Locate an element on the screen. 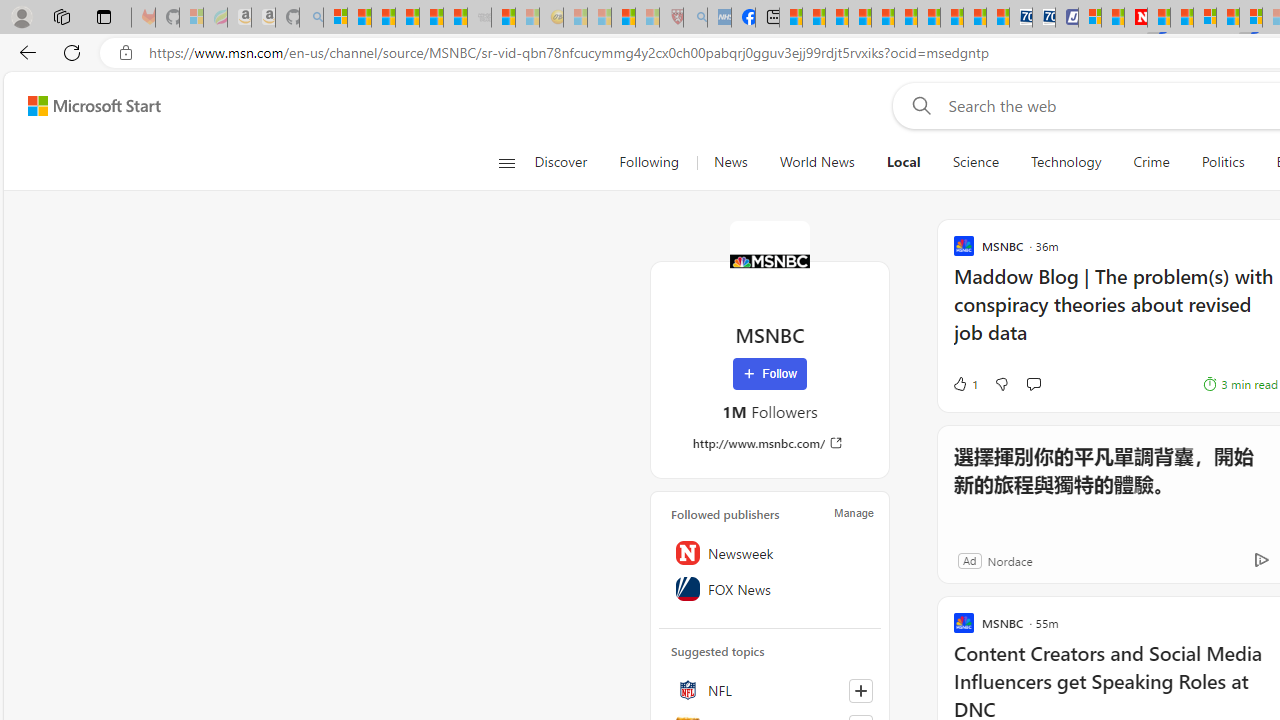 Image resolution: width=1280 pixels, height=720 pixels. 'Manage' is located at coordinates (854, 512).